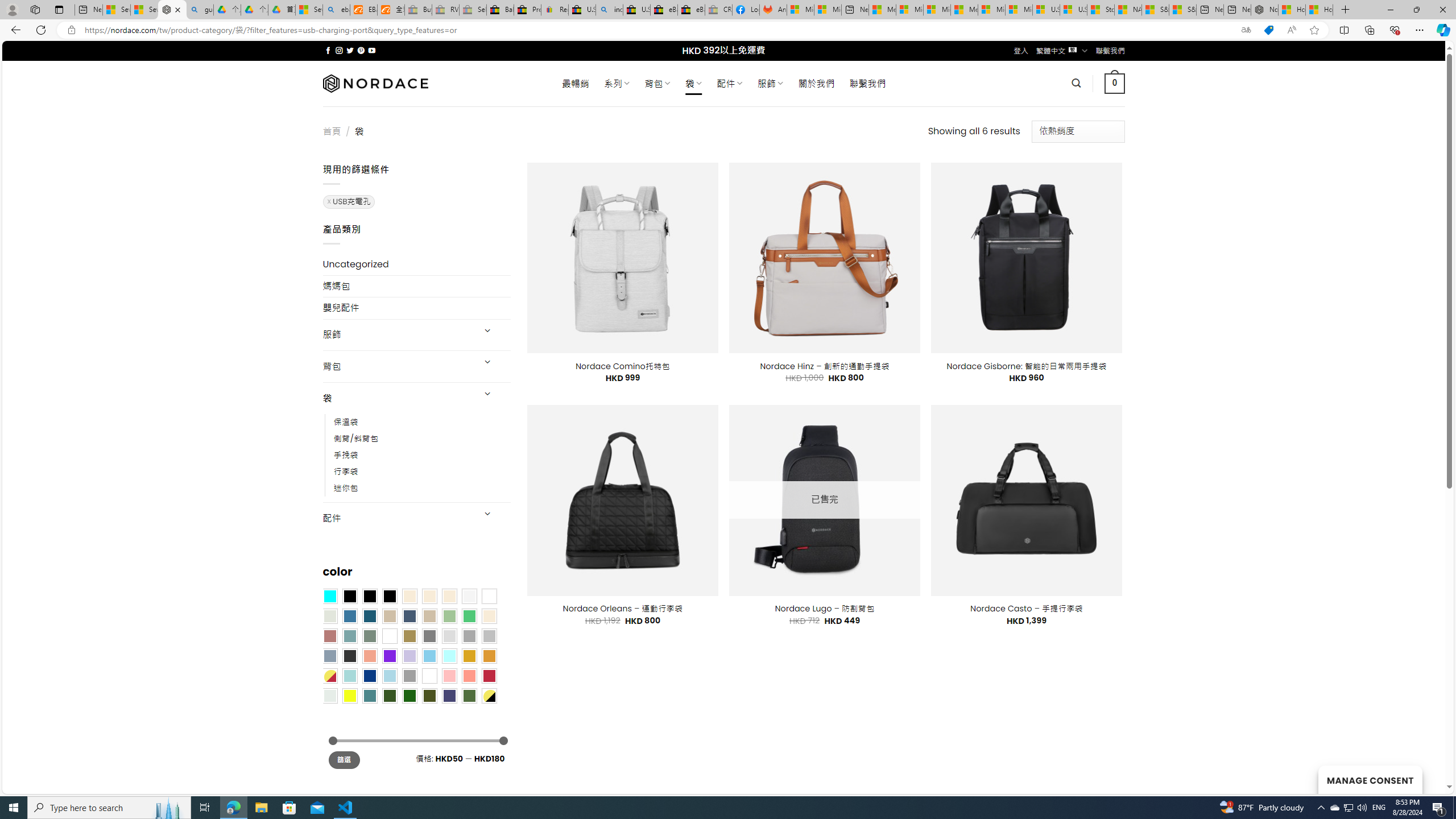 This screenshot has height=819, width=1456. Describe the element at coordinates (637, 9) in the screenshot. I see `'U.S. State Privacy Disclosures - eBay Inc.'` at that location.